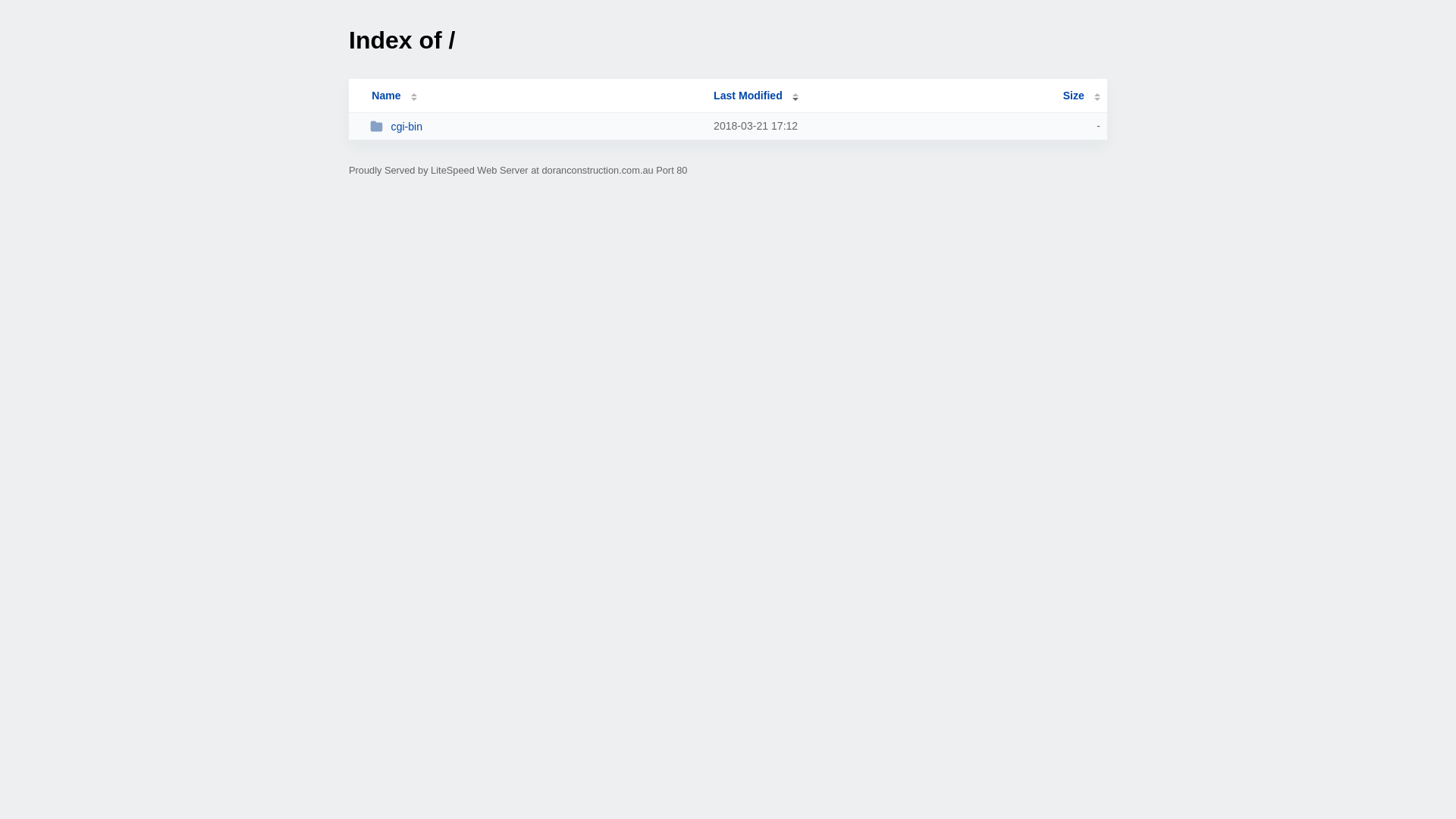 The width and height of the screenshot is (1456, 819). I want to click on 'Last Modified', so click(756, 96).